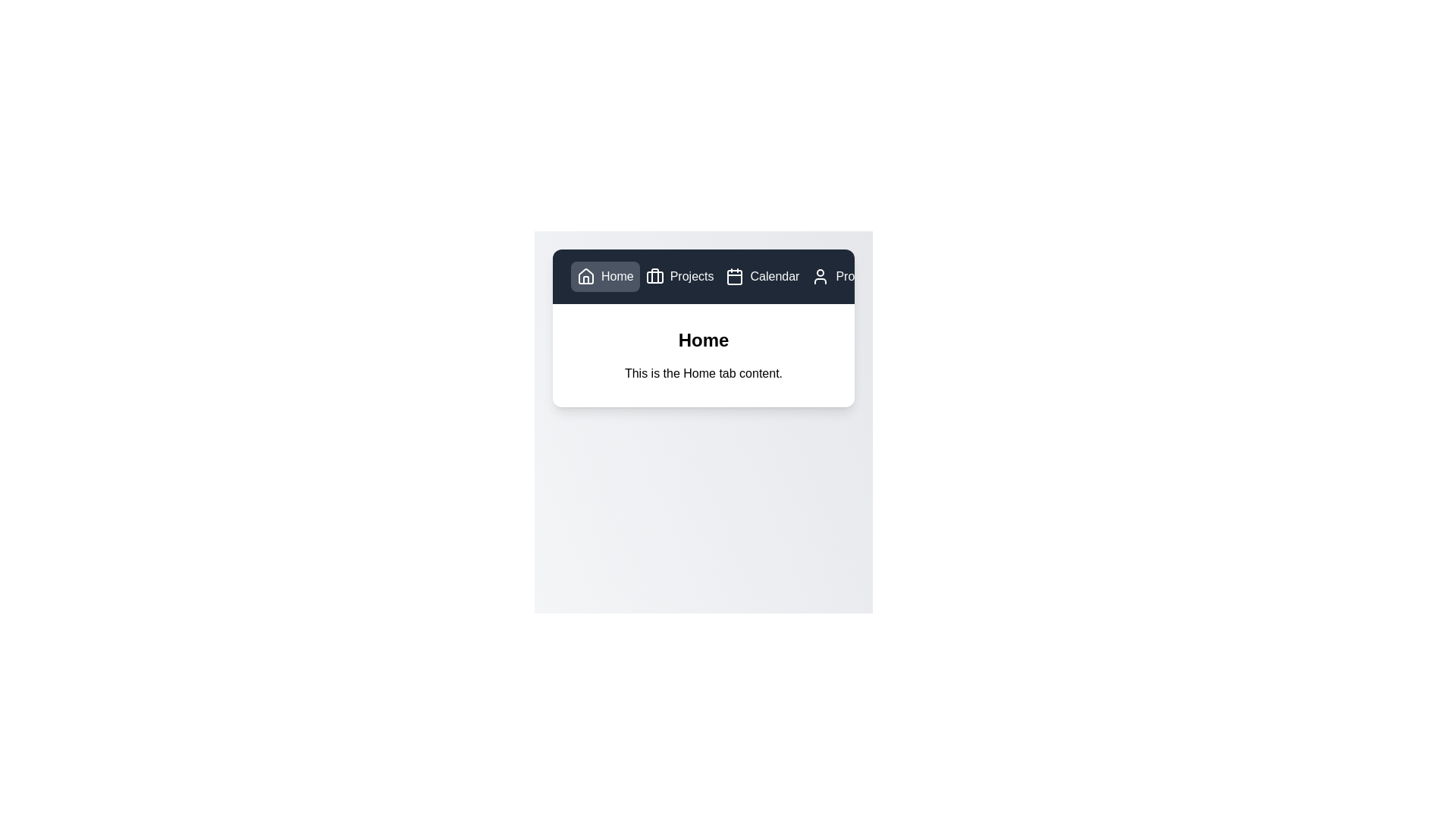 The height and width of the screenshot is (819, 1456). Describe the element at coordinates (679, 277) in the screenshot. I see `the Projects tab by clicking on its button` at that location.